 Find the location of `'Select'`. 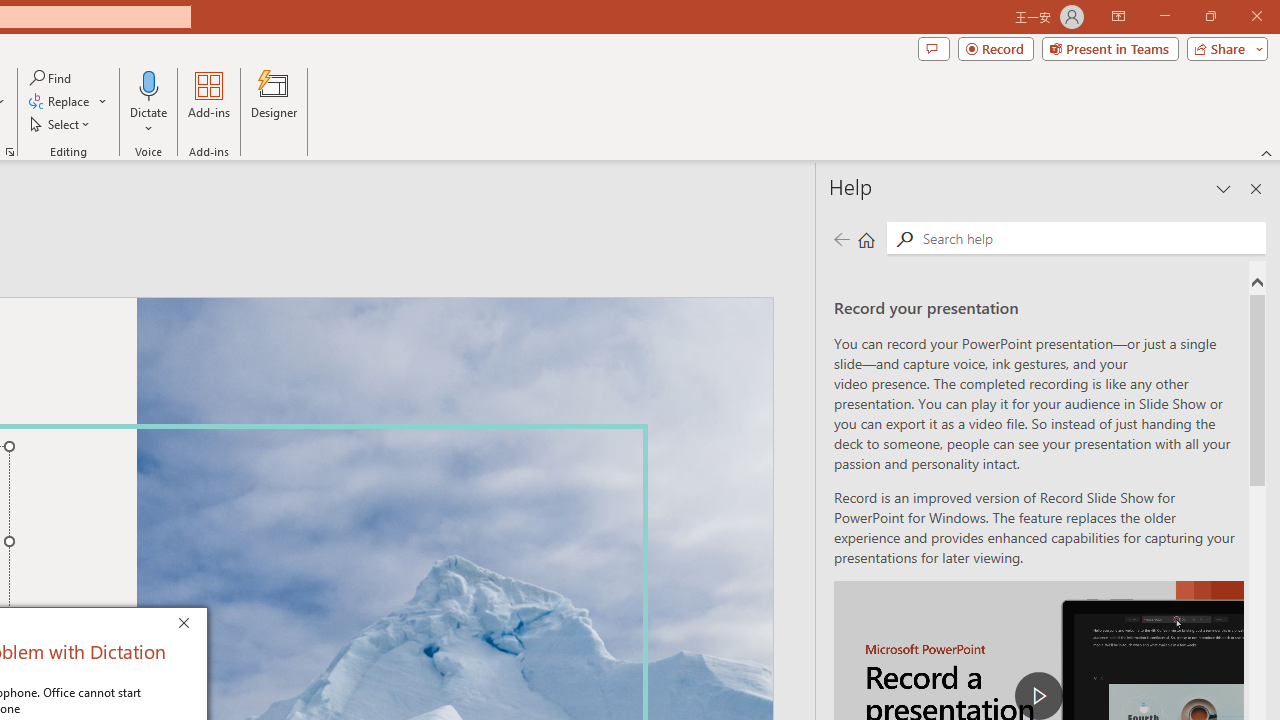

'Select' is located at coordinates (61, 124).